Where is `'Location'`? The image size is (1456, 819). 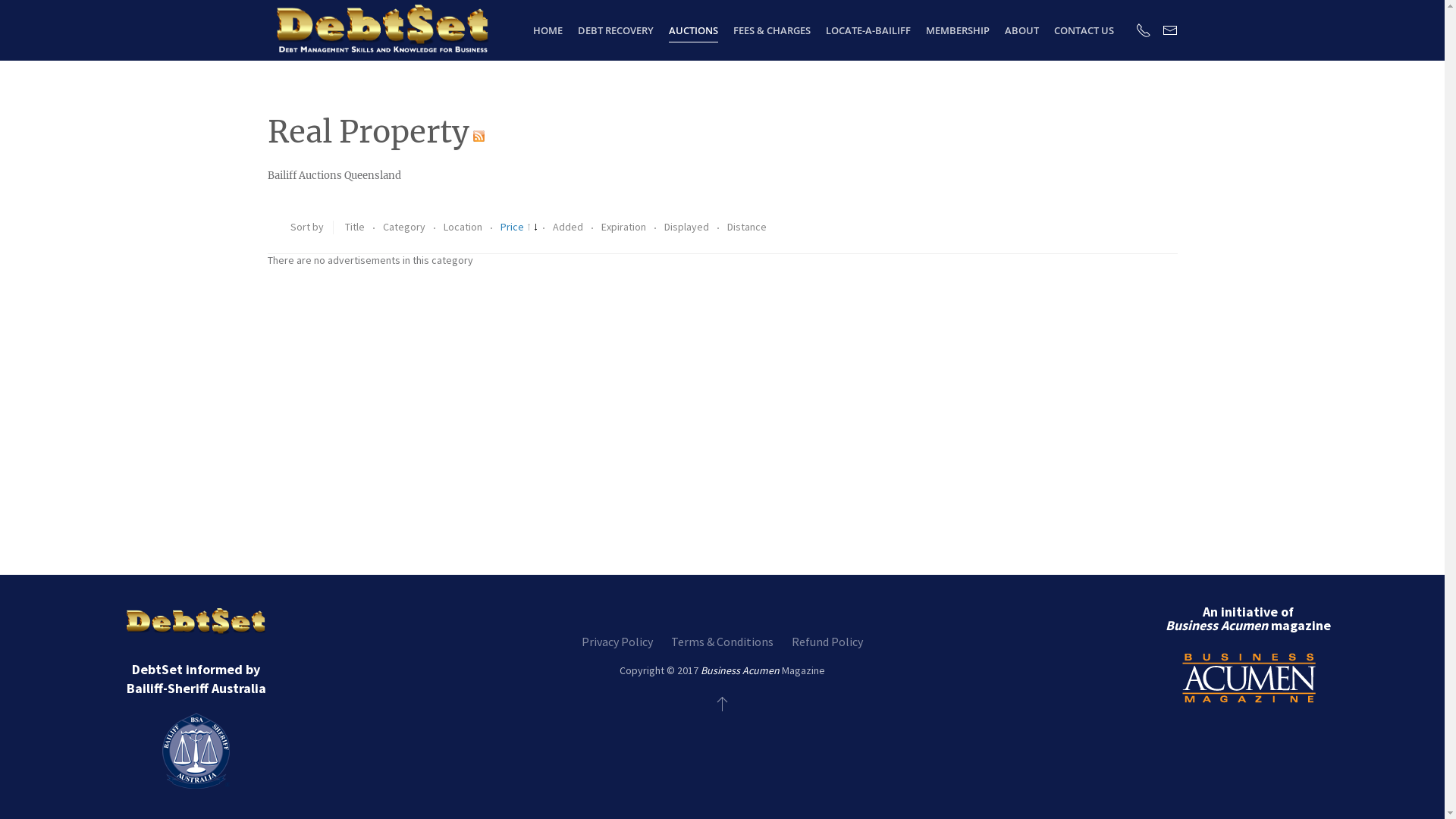 'Location' is located at coordinates (462, 227).